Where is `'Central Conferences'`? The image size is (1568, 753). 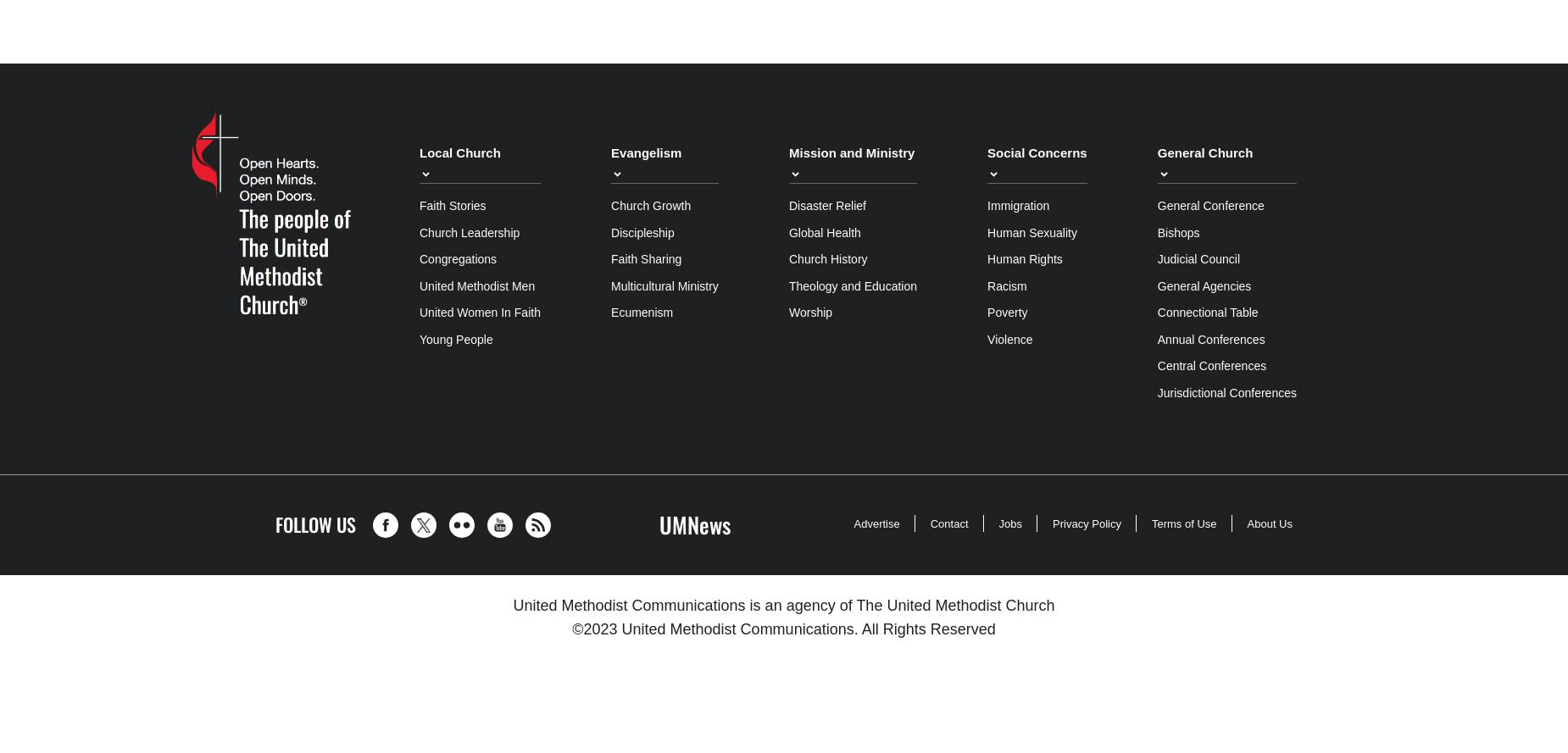
'Central Conferences' is located at coordinates (1211, 365).